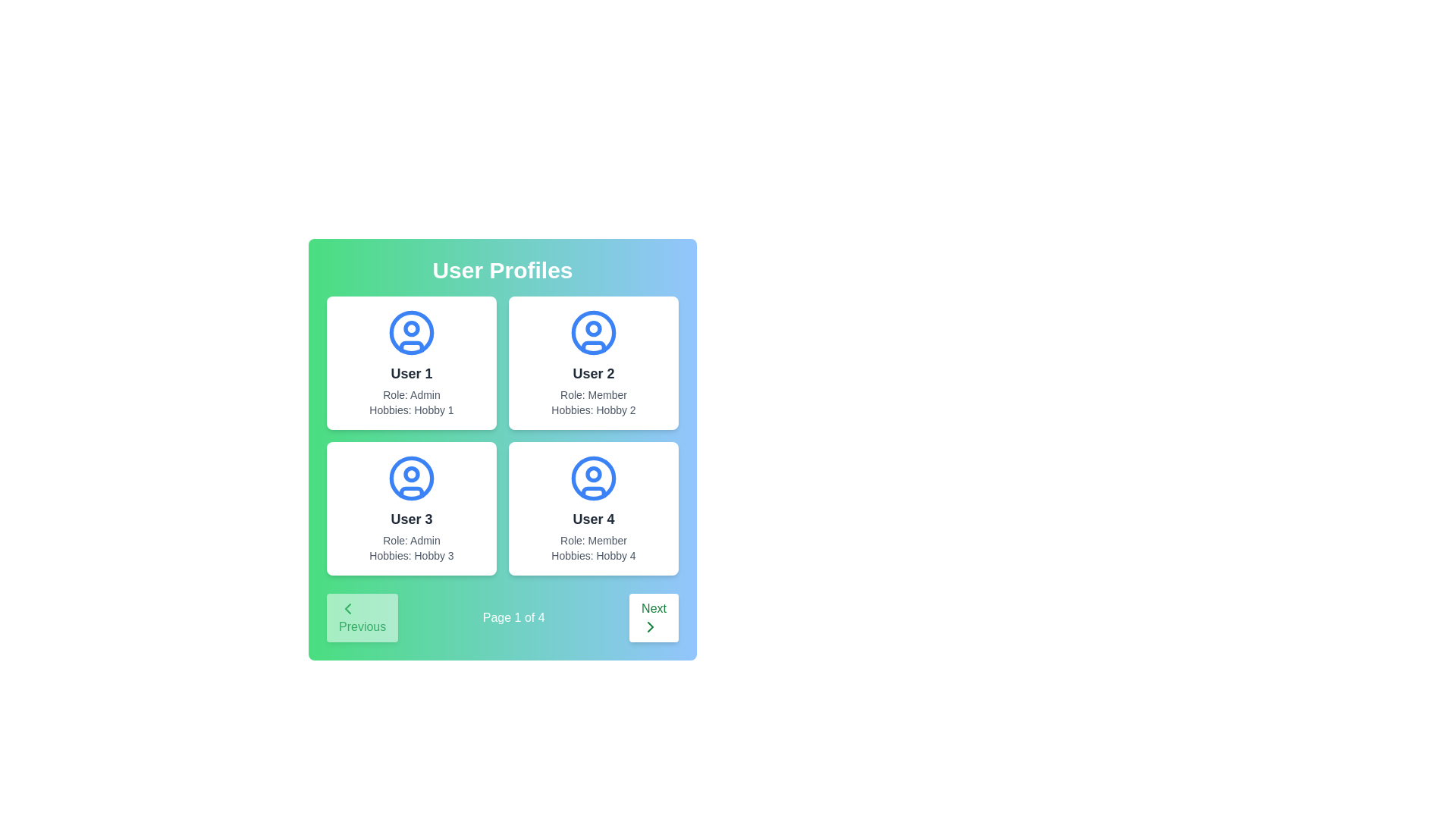  Describe the element at coordinates (592, 479) in the screenshot. I see `the SVG circle graphical element that represents part of the user avatar for 'User 4' located in the user profile card` at that location.